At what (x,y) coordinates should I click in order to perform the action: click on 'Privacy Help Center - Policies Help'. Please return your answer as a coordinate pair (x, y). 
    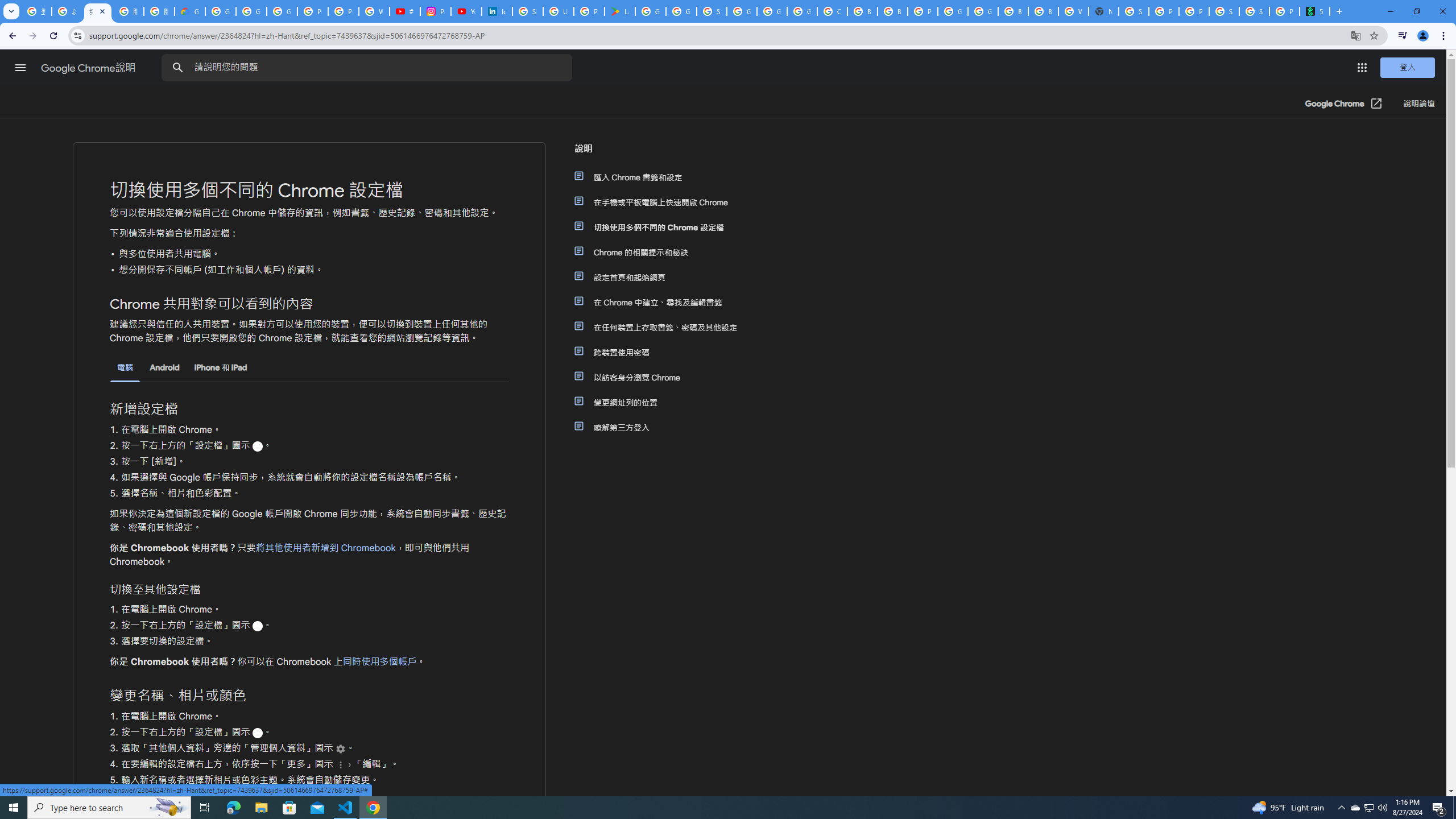
    Looking at the image, I should click on (343, 11).